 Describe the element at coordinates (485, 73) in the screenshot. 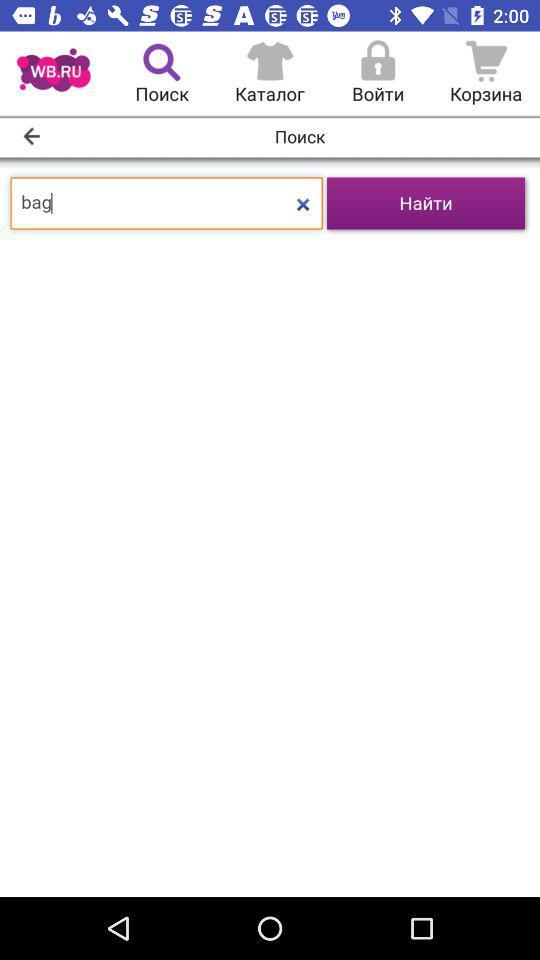

I see `the cart icon` at that location.